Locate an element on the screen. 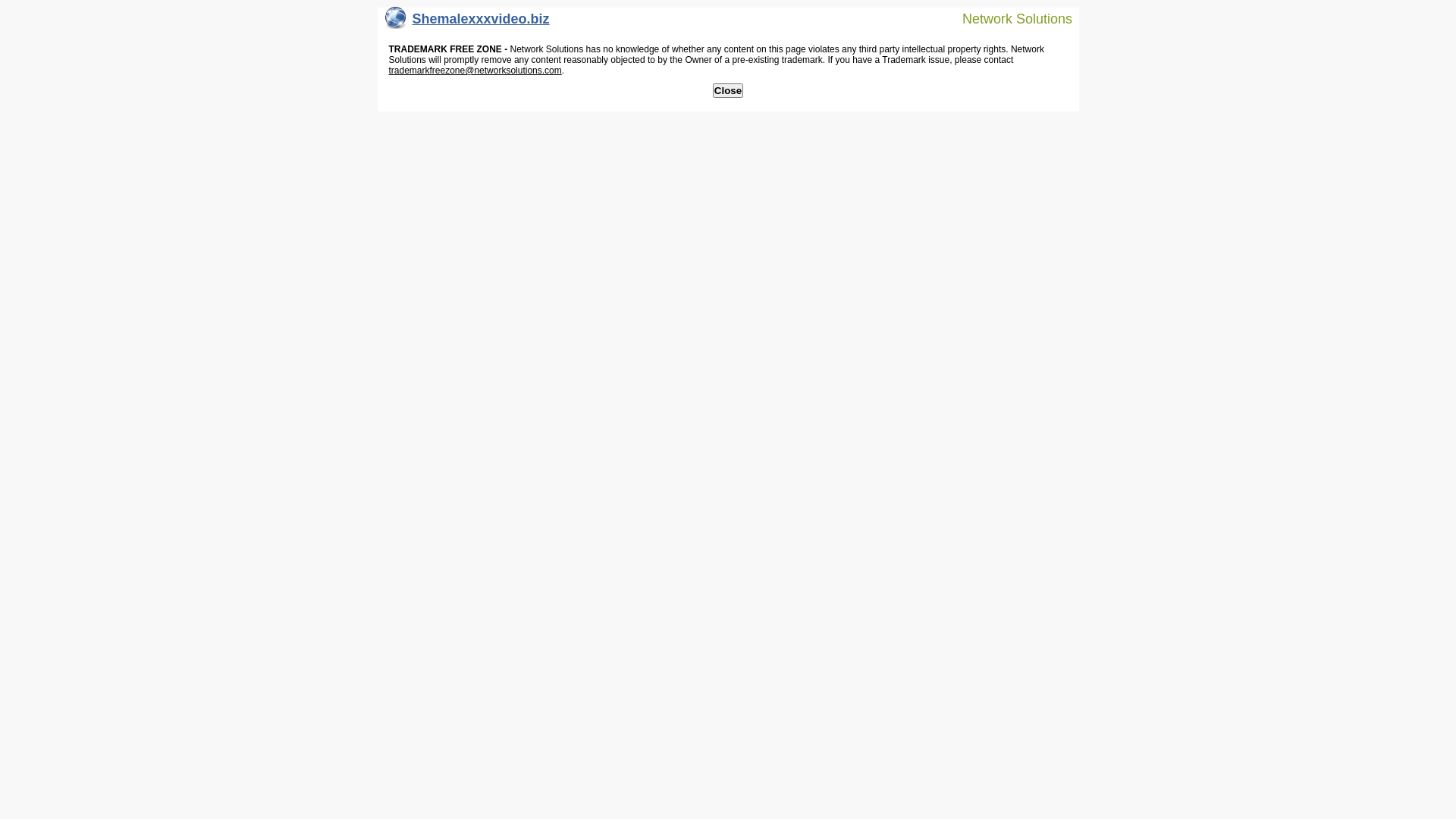 The width and height of the screenshot is (1456, 819). 'trademarkfreezone@networksolutions.com' is located at coordinates (388, 70).